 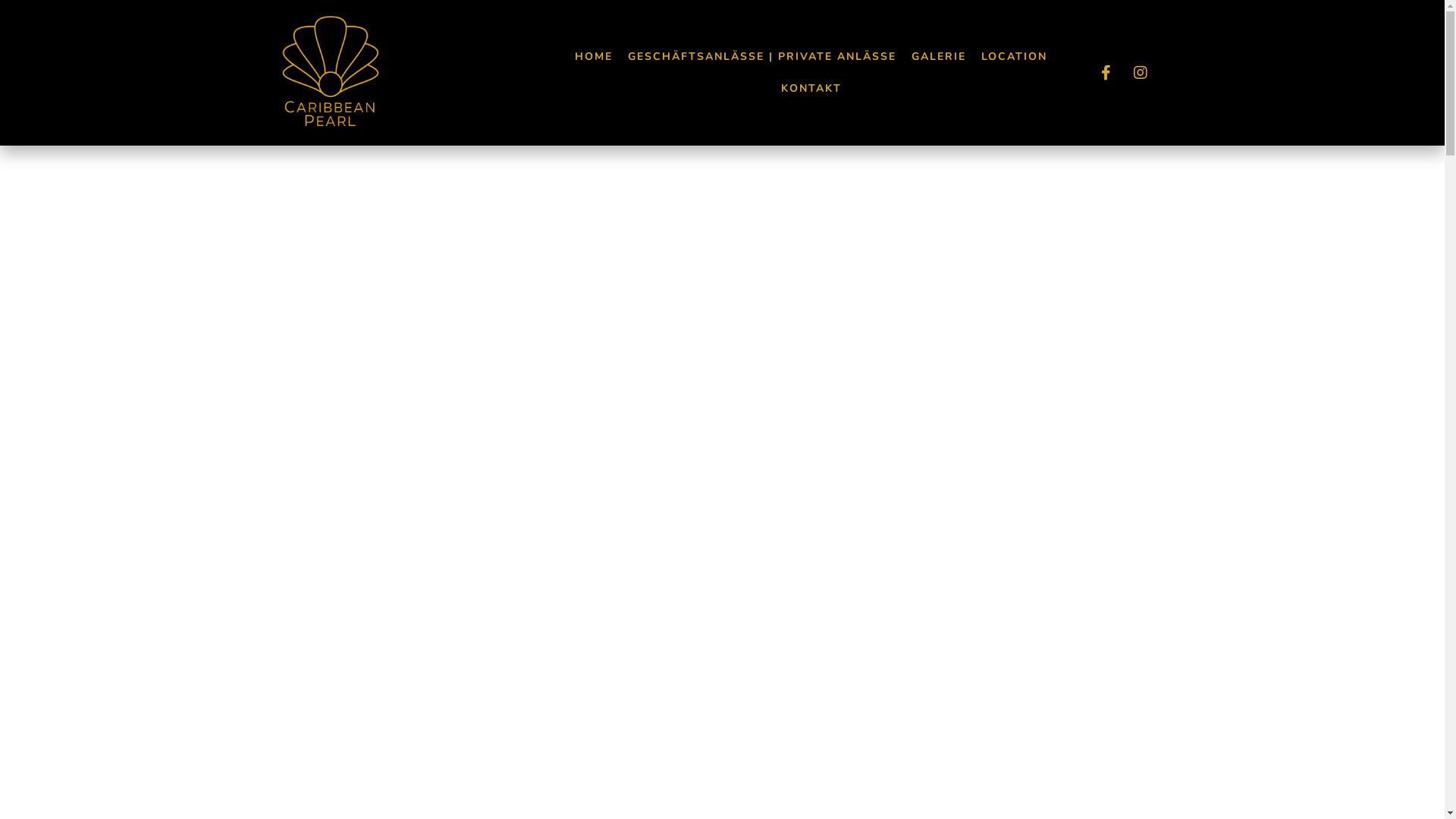 What do you see at coordinates (903, 55) in the screenshot?
I see `'GALERIE'` at bounding box center [903, 55].